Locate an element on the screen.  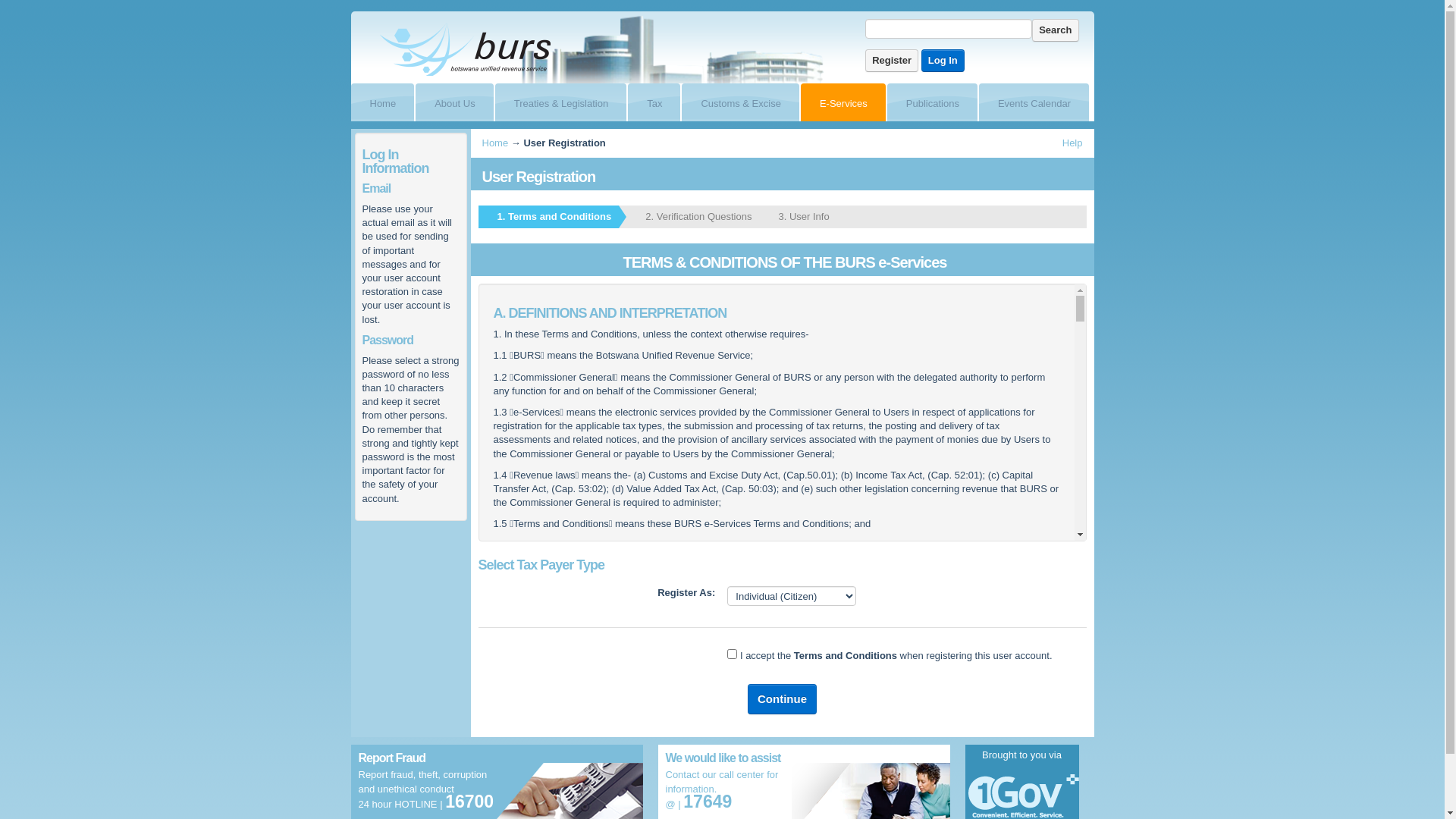
'Continue' is located at coordinates (782, 698).